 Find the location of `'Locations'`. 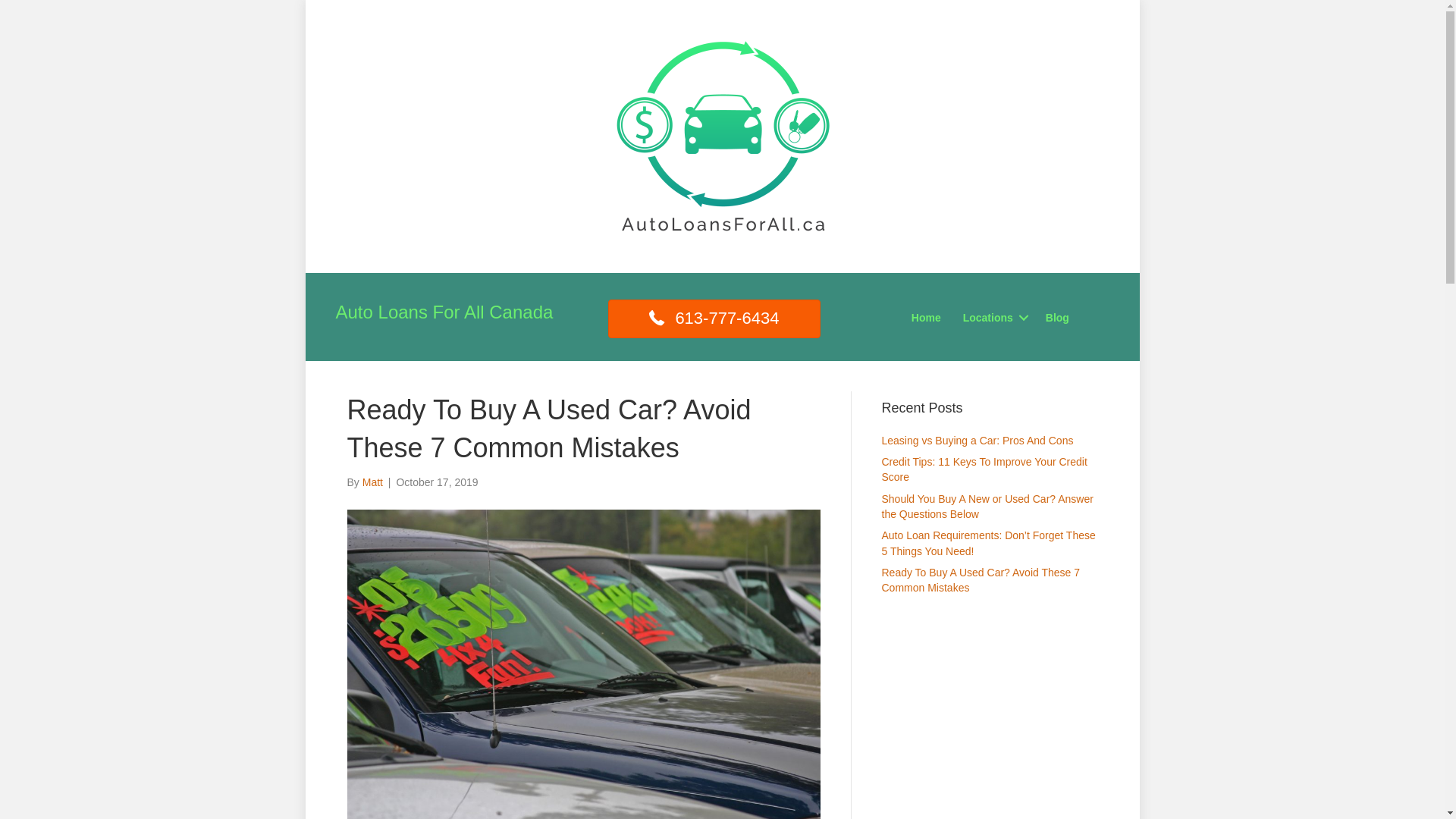

'Locations' is located at coordinates (993, 317).